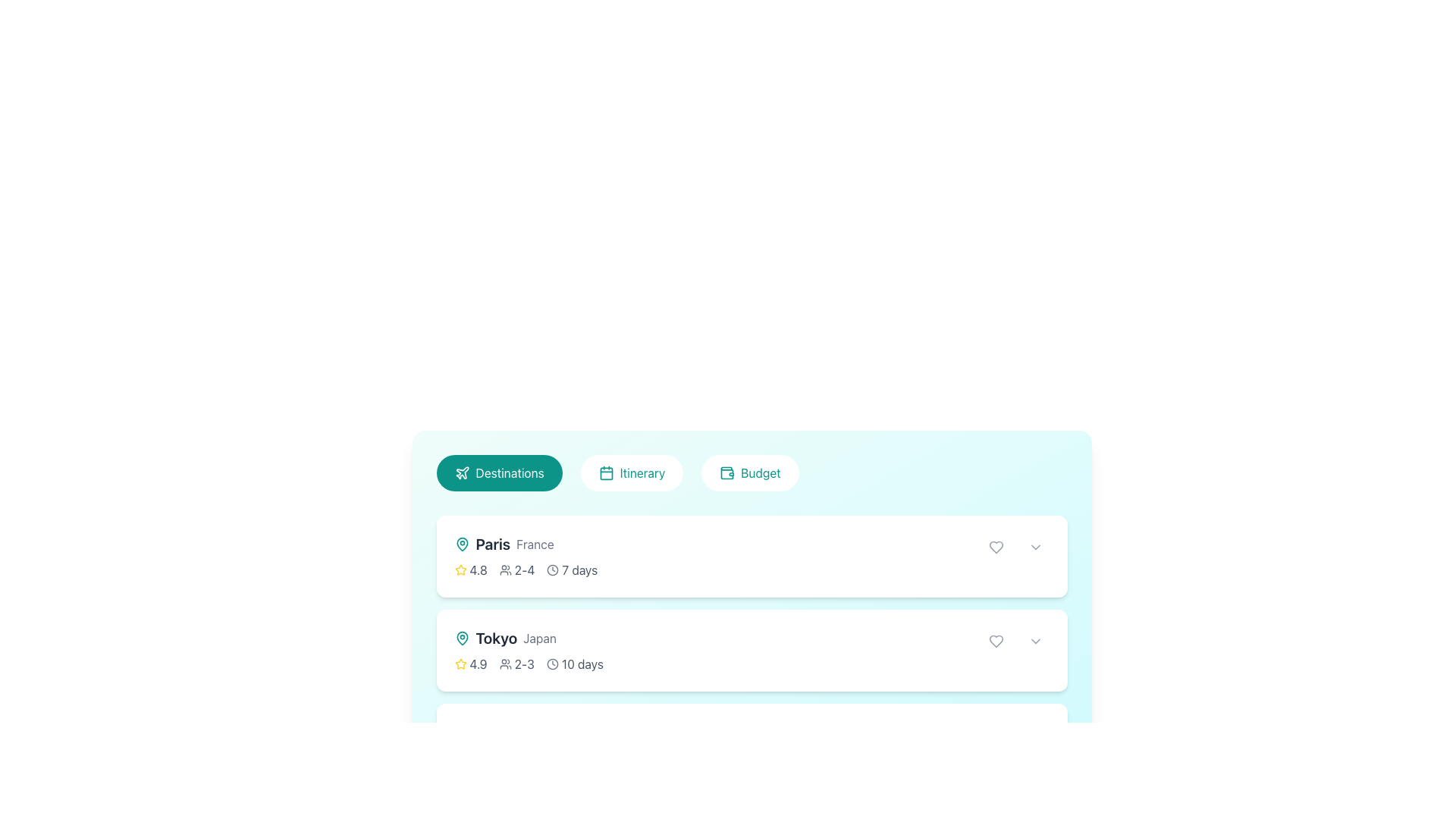  I want to click on the teal-colored map pin icon located to the left of the word 'Tokyo' in bold text, which is part of the 'Destinations' section, so click(461, 638).